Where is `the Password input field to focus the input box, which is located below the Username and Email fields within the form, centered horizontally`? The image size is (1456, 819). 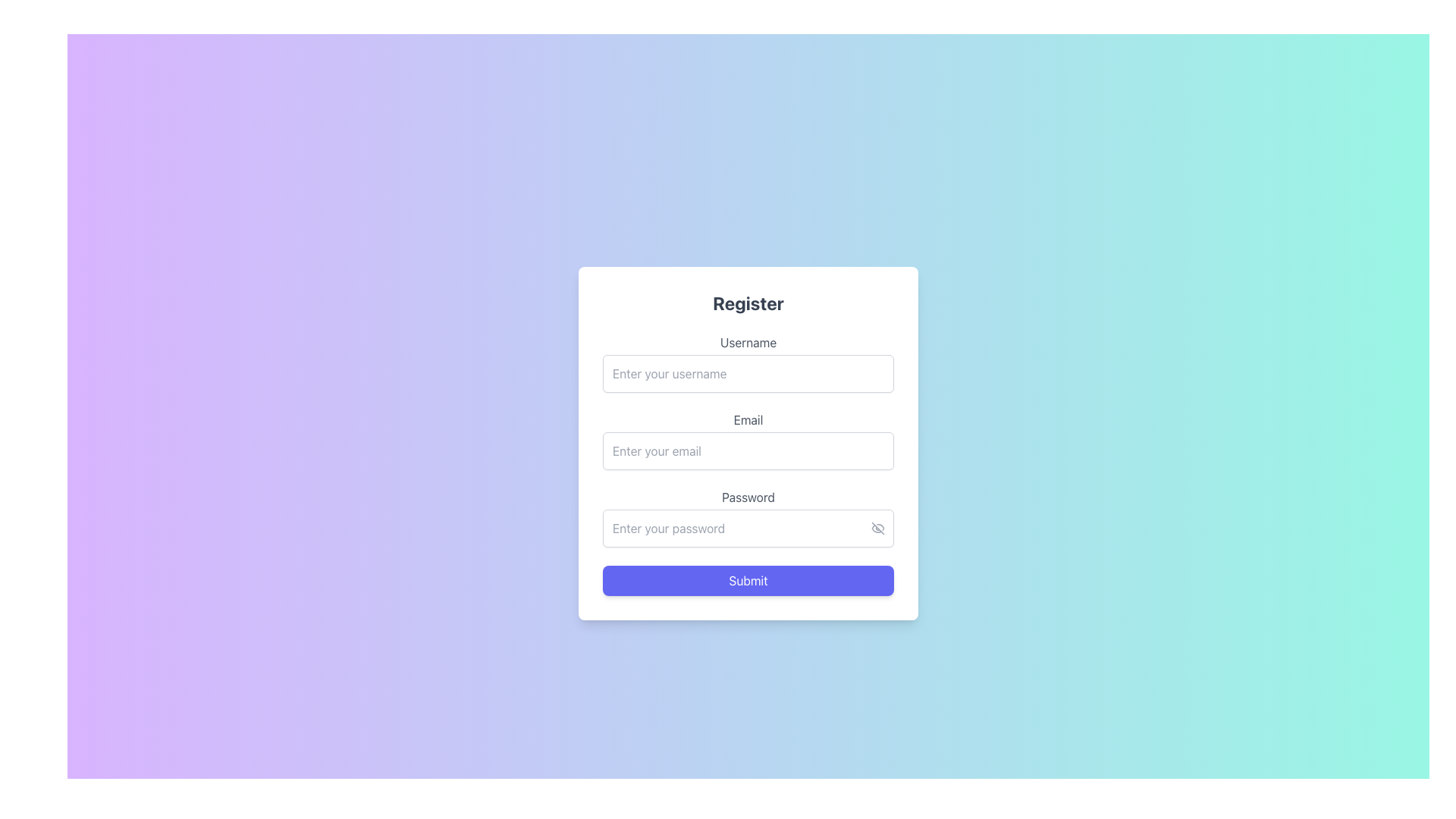
the Password input field to focus the input box, which is located below the Username and Email fields within the form, centered horizontally is located at coordinates (748, 528).